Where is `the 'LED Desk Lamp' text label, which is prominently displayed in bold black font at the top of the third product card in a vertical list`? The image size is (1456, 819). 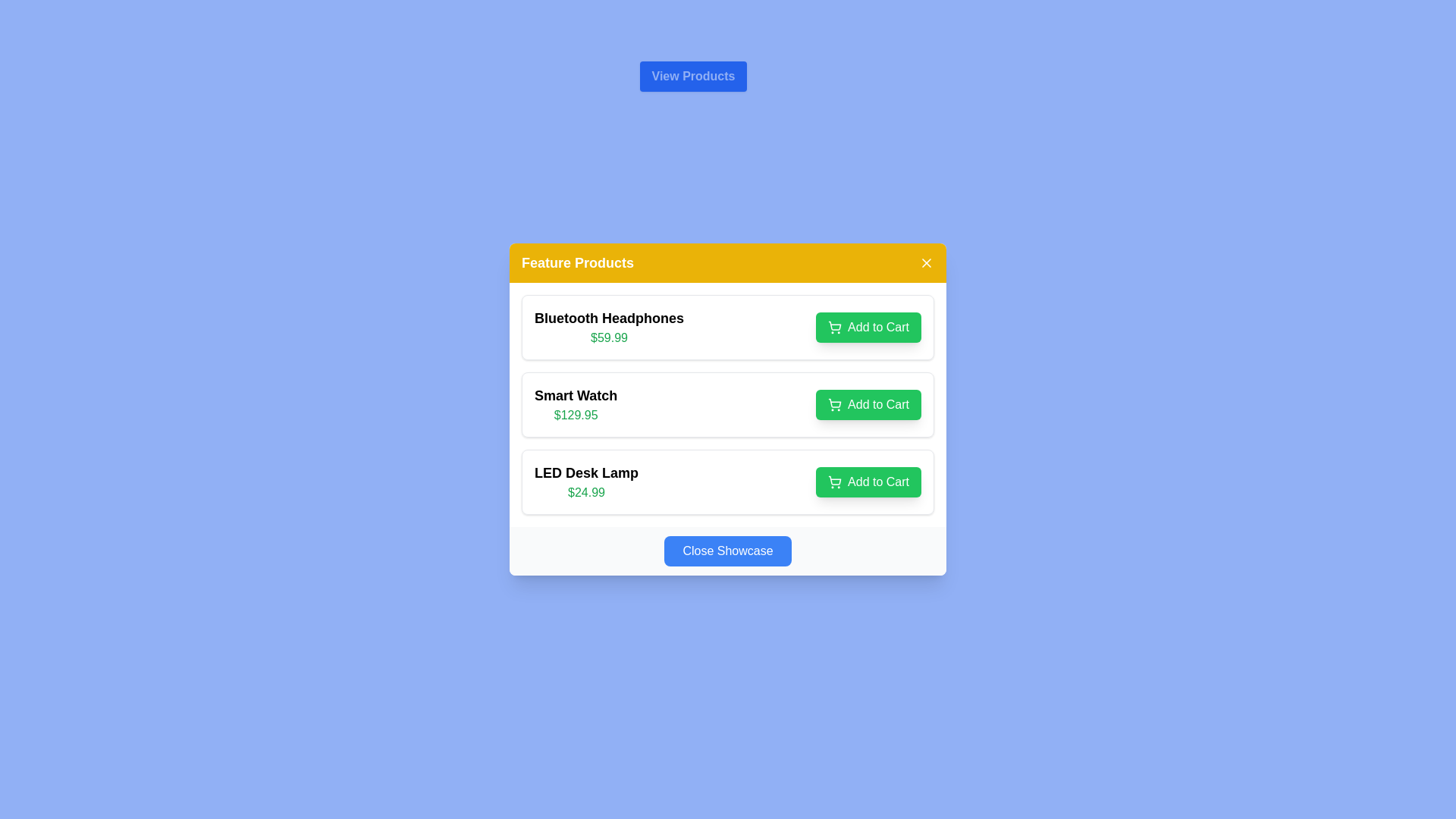 the 'LED Desk Lamp' text label, which is prominently displayed in bold black font at the top of the third product card in a vertical list is located at coordinates (585, 472).